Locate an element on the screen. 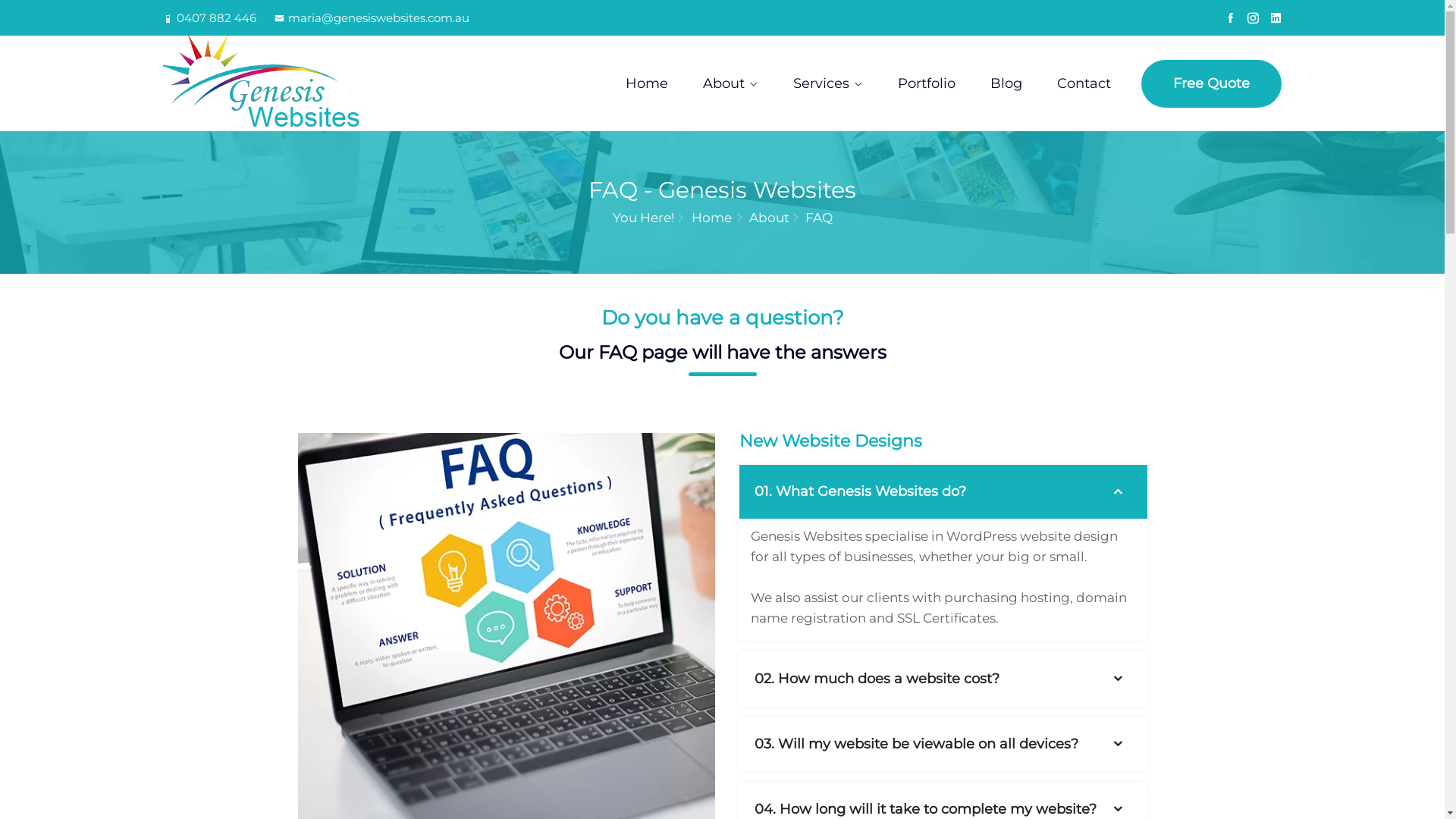  'Blog' is located at coordinates (1006, 83).